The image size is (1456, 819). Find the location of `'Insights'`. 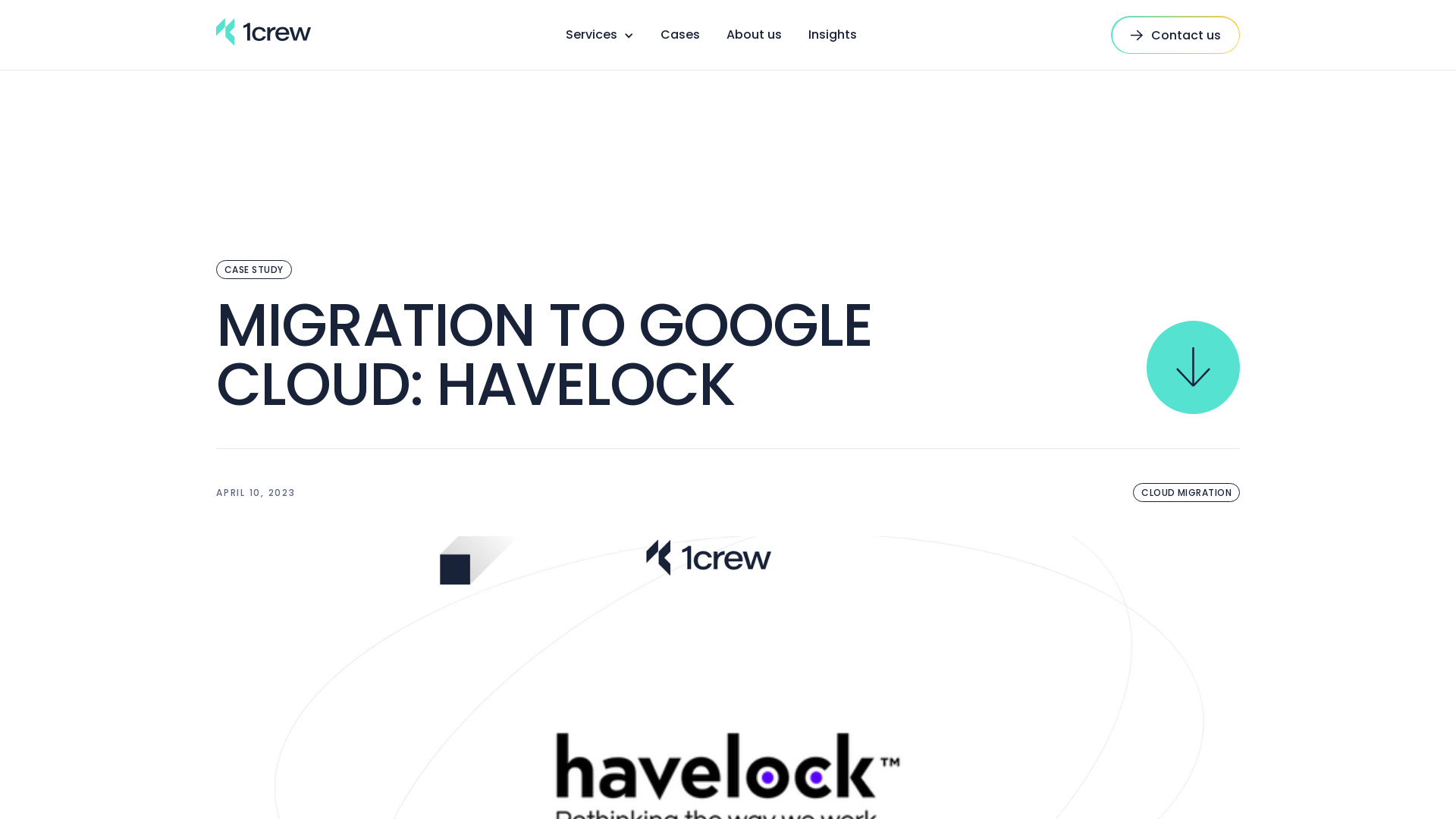

'Insights' is located at coordinates (832, 34).